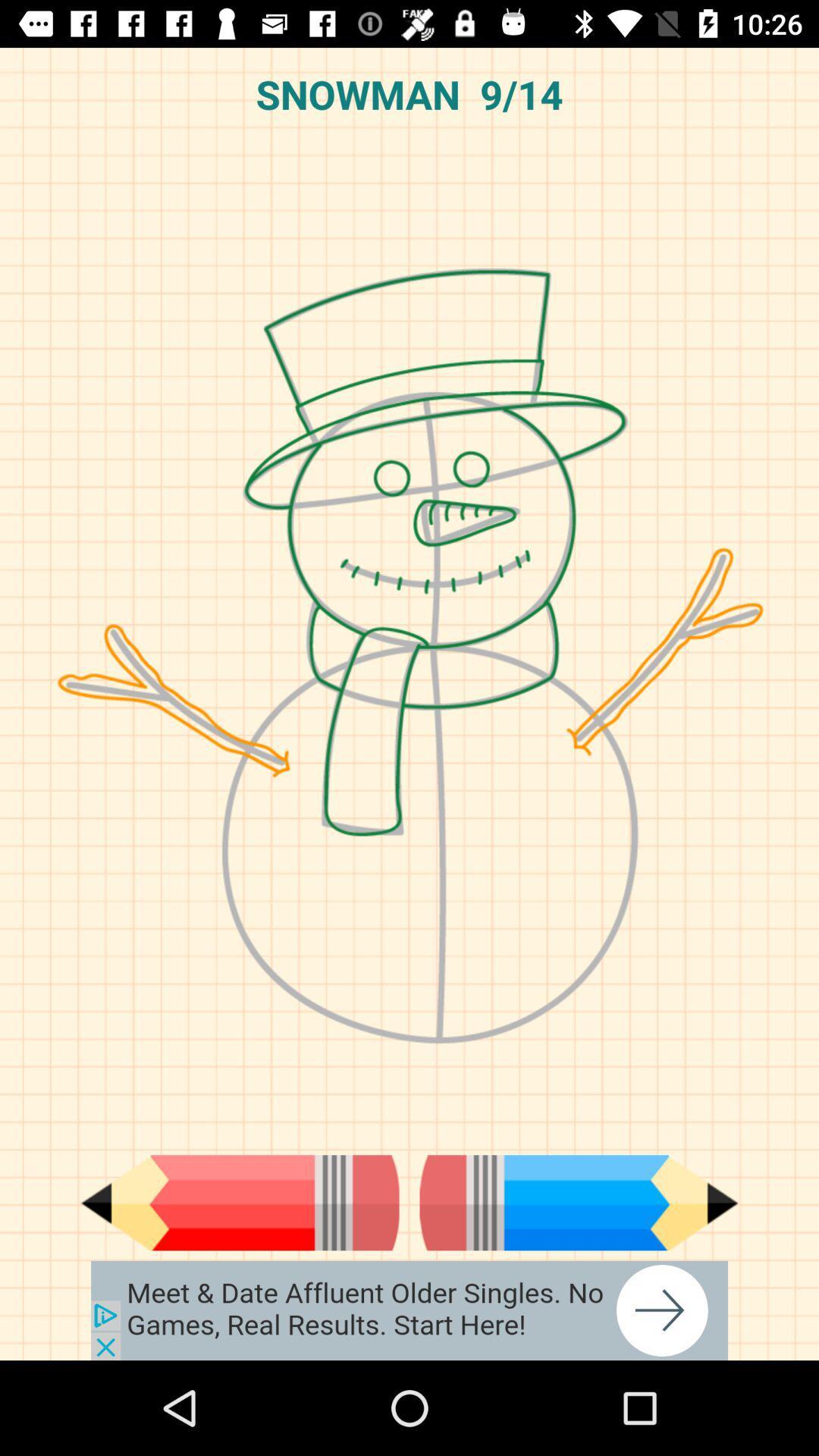 The height and width of the screenshot is (1456, 819). I want to click on back, so click(239, 1202).